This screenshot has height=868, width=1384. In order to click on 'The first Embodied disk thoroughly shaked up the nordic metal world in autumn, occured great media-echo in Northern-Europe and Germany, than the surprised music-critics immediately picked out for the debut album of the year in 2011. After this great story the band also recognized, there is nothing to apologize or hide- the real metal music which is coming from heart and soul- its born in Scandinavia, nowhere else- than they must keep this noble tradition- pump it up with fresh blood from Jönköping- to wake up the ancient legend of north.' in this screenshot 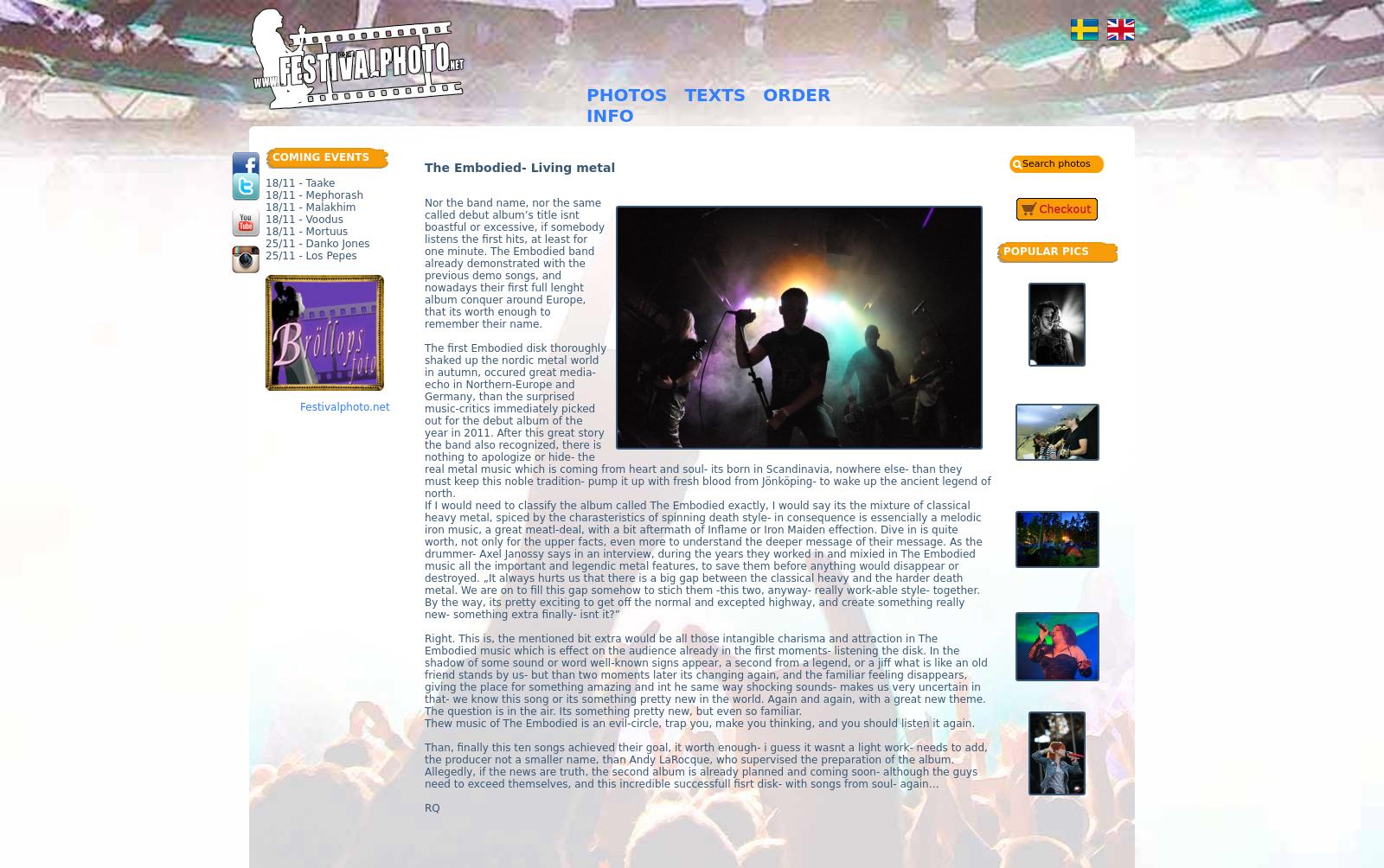, I will do `click(706, 419)`.